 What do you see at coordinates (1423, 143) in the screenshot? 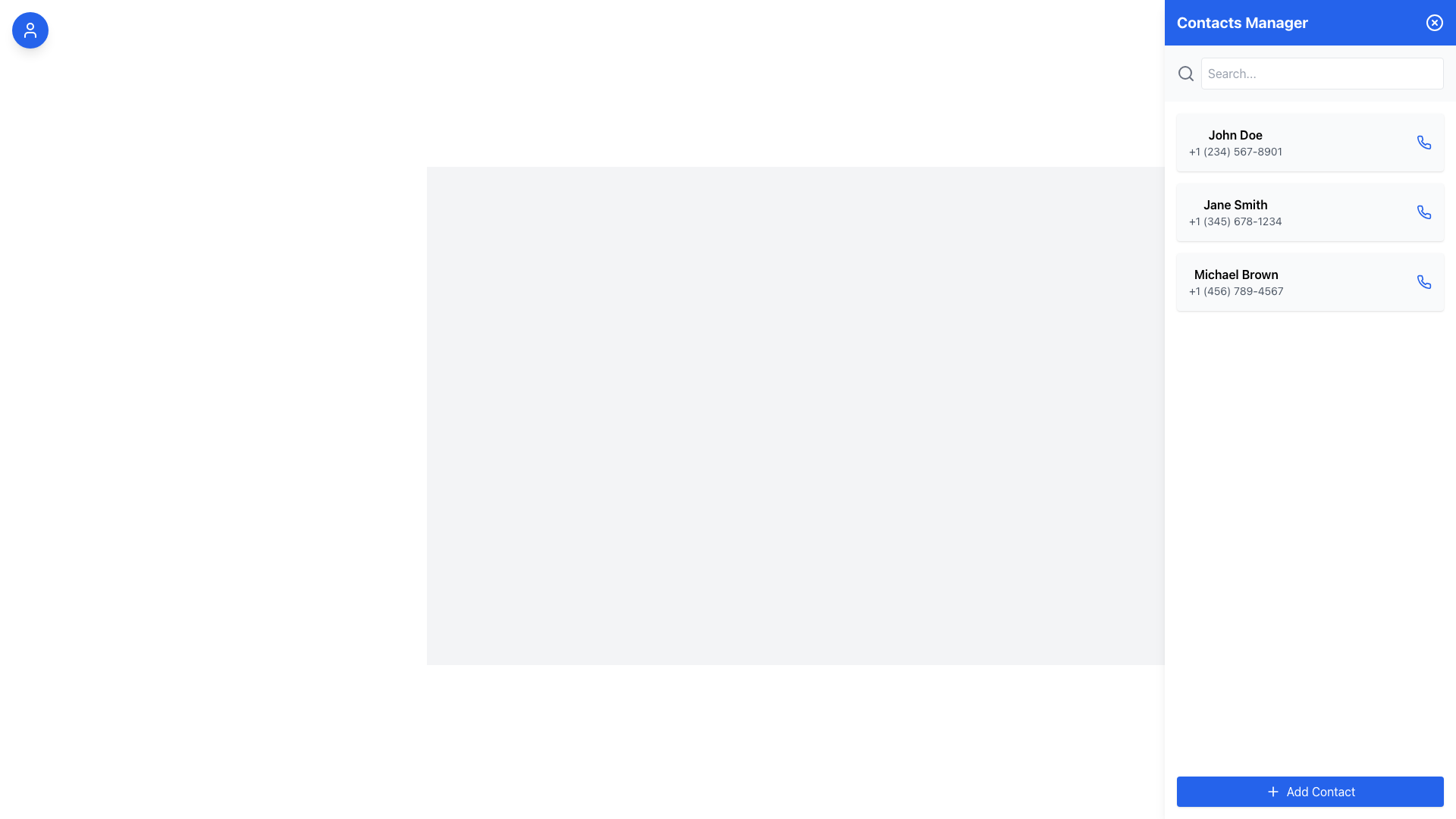
I see `the icon button located at the right end of 'John Doe's entry in the contact list` at bounding box center [1423, 143].